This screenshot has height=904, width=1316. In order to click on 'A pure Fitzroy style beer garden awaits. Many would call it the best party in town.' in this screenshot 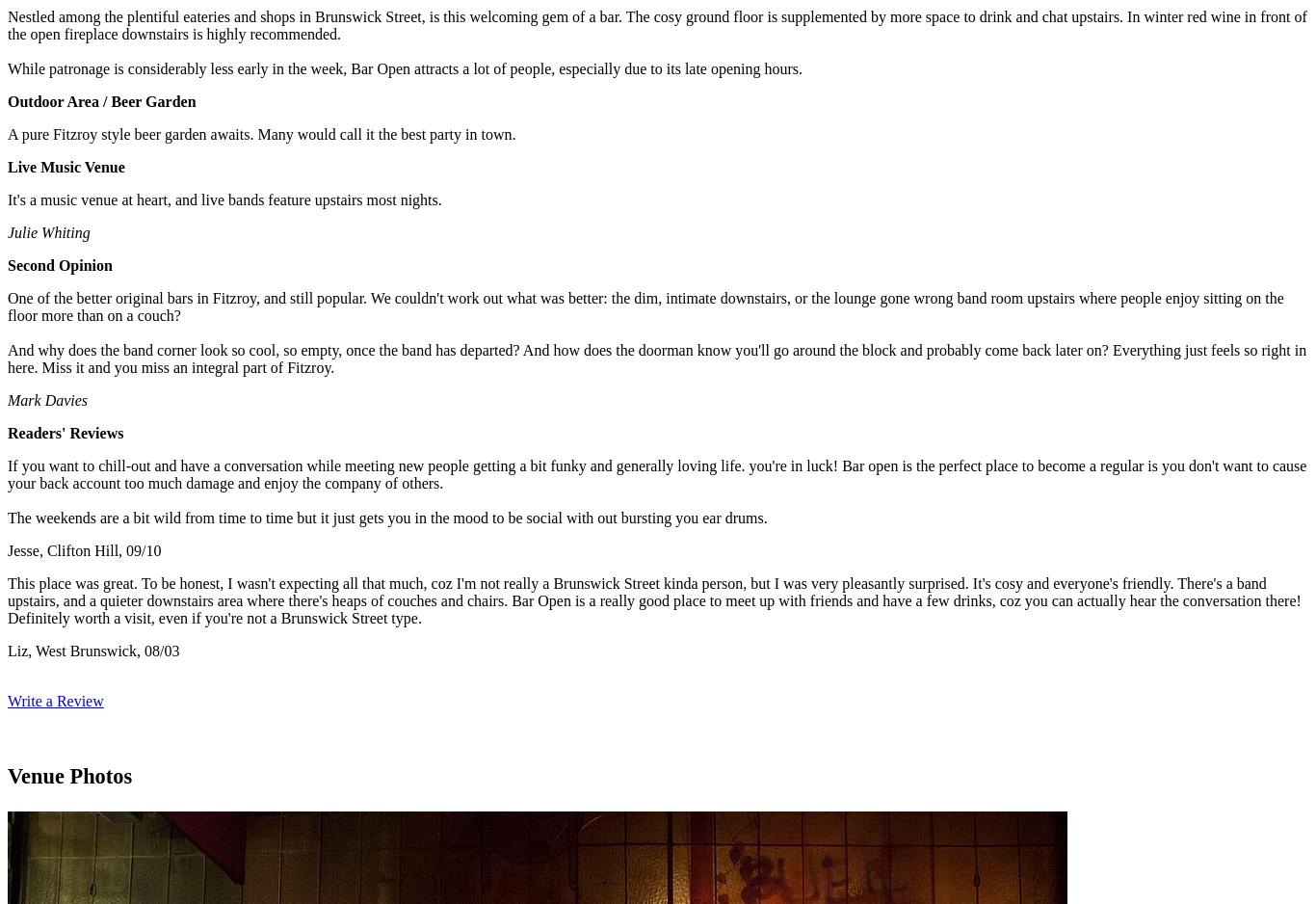, I will do `click(261, 133)`.